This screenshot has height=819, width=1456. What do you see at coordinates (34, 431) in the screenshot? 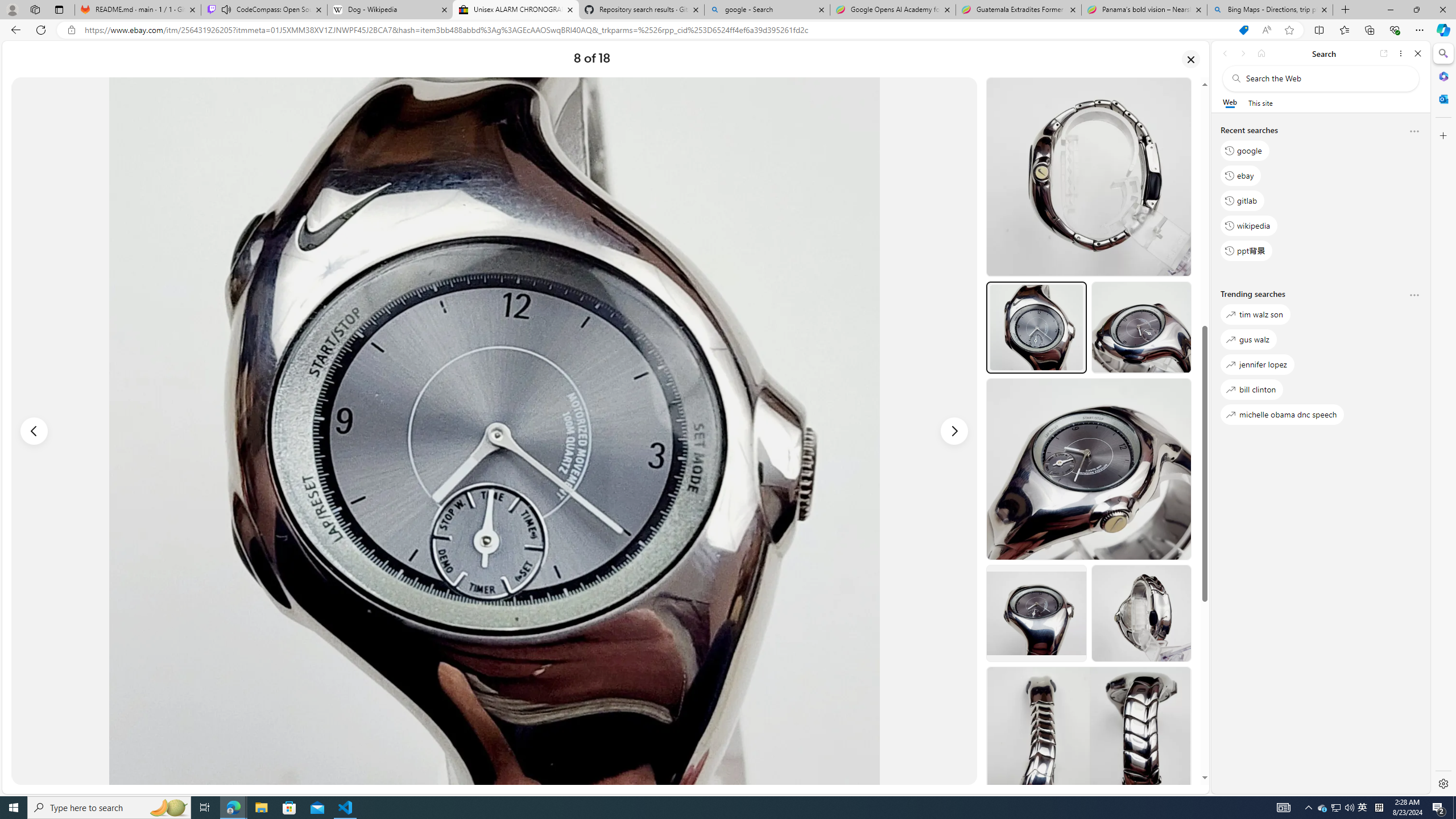
I see `'Previous image - Item images thumbnails'` at bounding box center [34, 431].